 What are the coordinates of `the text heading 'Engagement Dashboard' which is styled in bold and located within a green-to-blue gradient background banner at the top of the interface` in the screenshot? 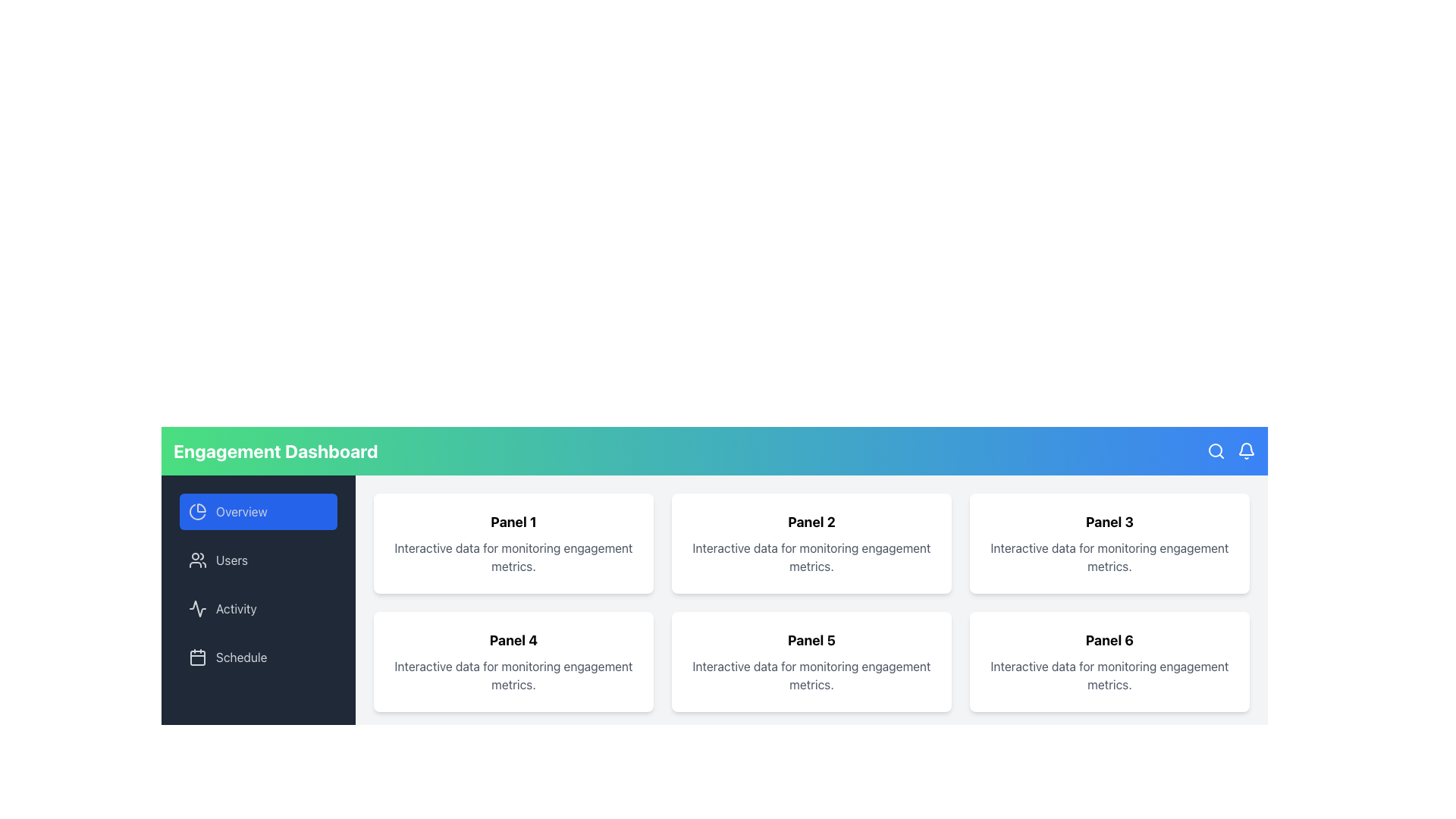 It's located at (275, 450).